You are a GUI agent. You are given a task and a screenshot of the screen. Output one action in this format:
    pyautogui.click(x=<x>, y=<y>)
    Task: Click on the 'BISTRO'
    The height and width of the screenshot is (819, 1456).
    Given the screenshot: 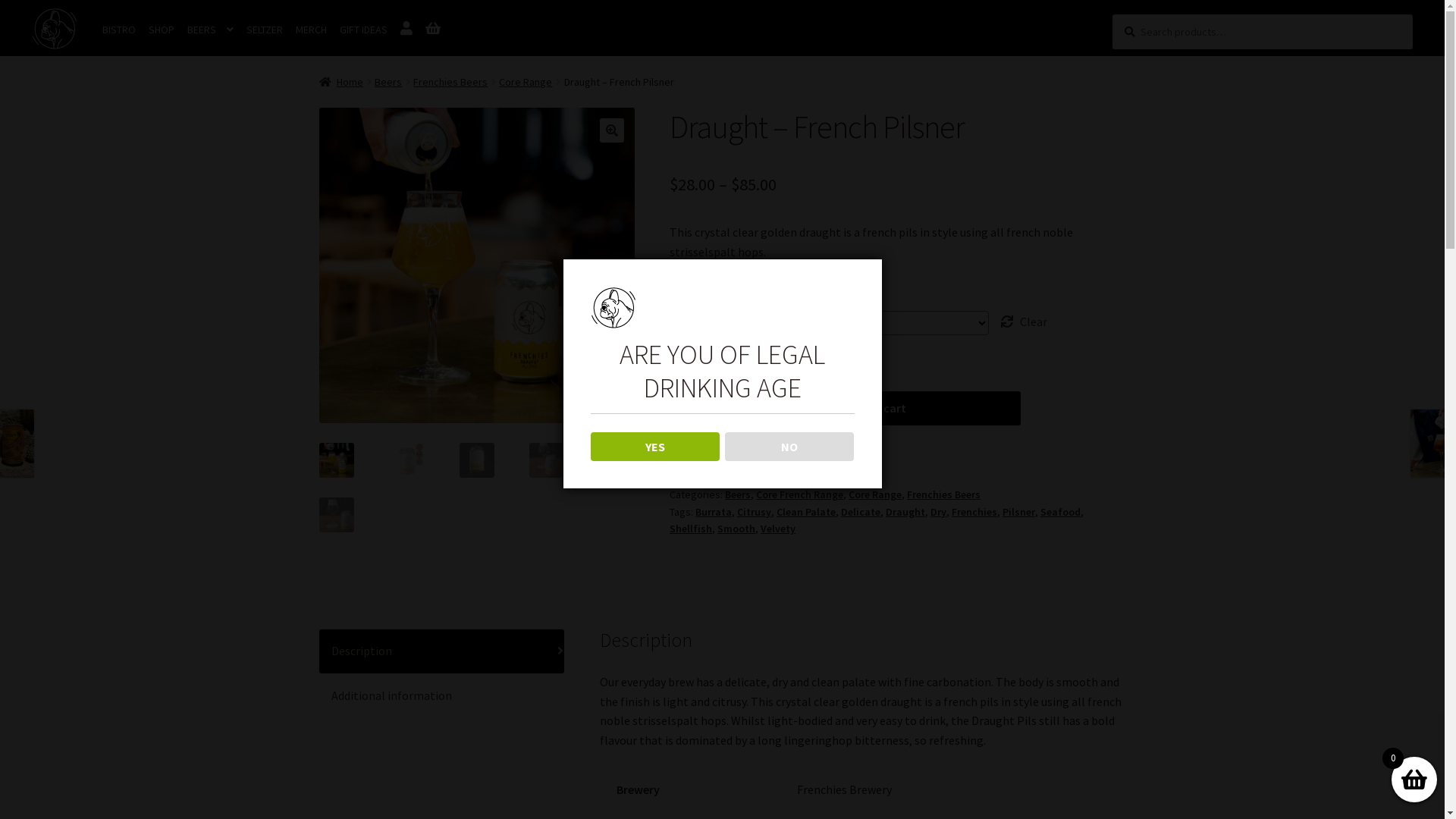 What is the action you would take?
    pyautogui.click(x=118, y=30)
    